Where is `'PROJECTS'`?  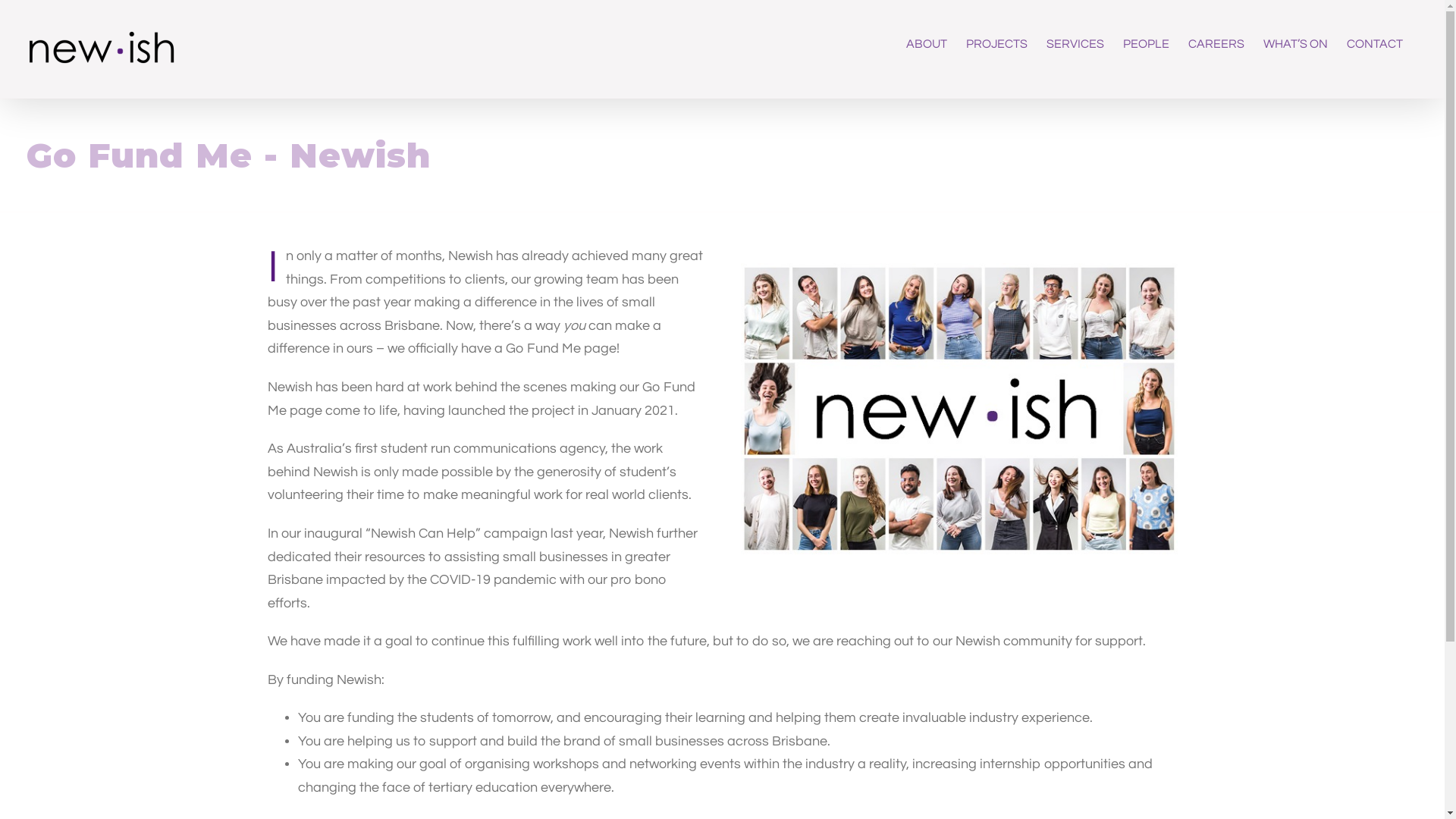 'PROJECTS' is located at coordinates (996, 42).